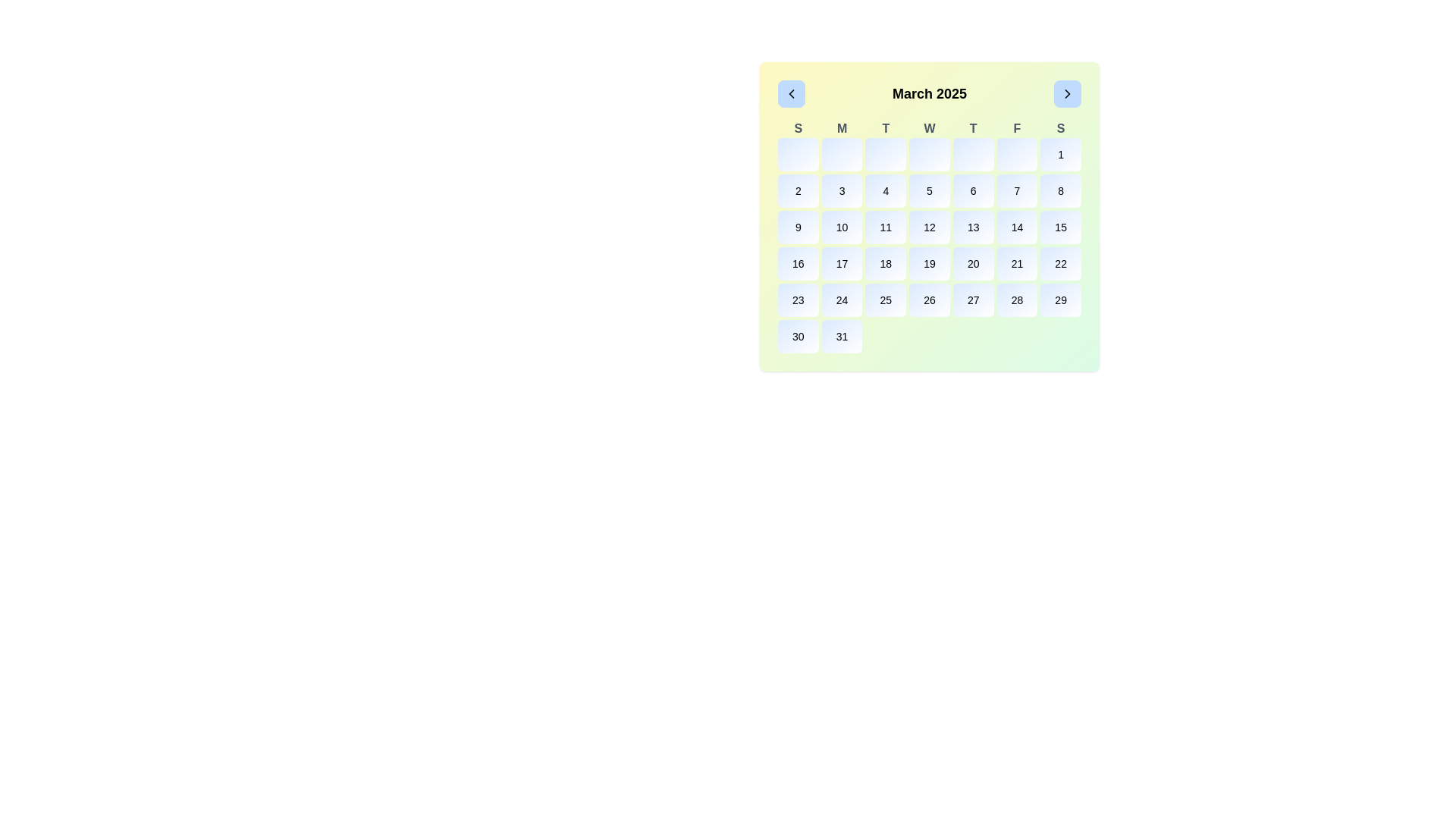 This screenshot has width=1456, height=819. I want to click on the center of the interactive grid of buttons, so click(928, 245).